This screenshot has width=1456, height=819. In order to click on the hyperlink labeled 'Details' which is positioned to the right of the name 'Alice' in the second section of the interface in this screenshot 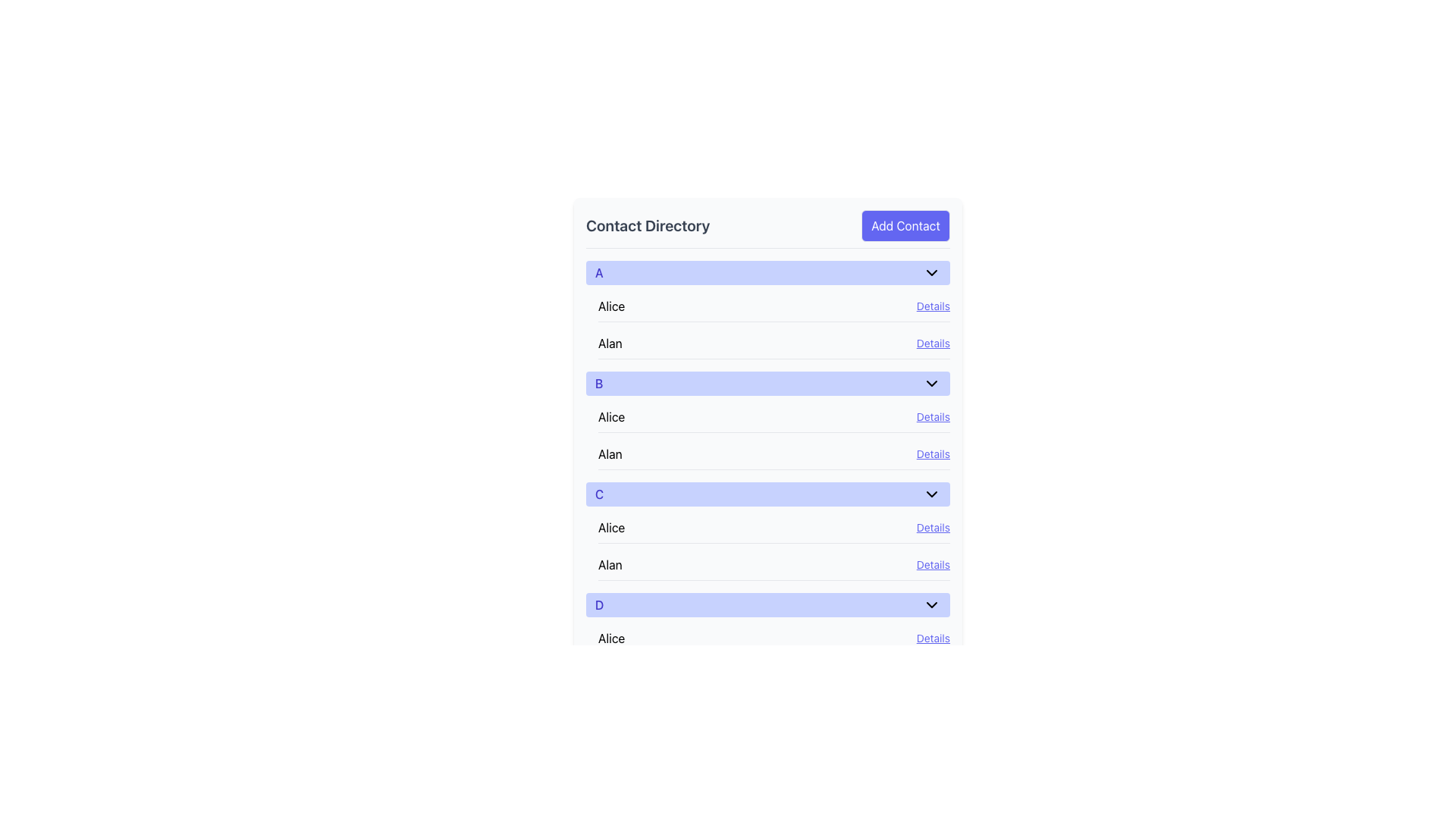, I will do `click(931, 417)`.